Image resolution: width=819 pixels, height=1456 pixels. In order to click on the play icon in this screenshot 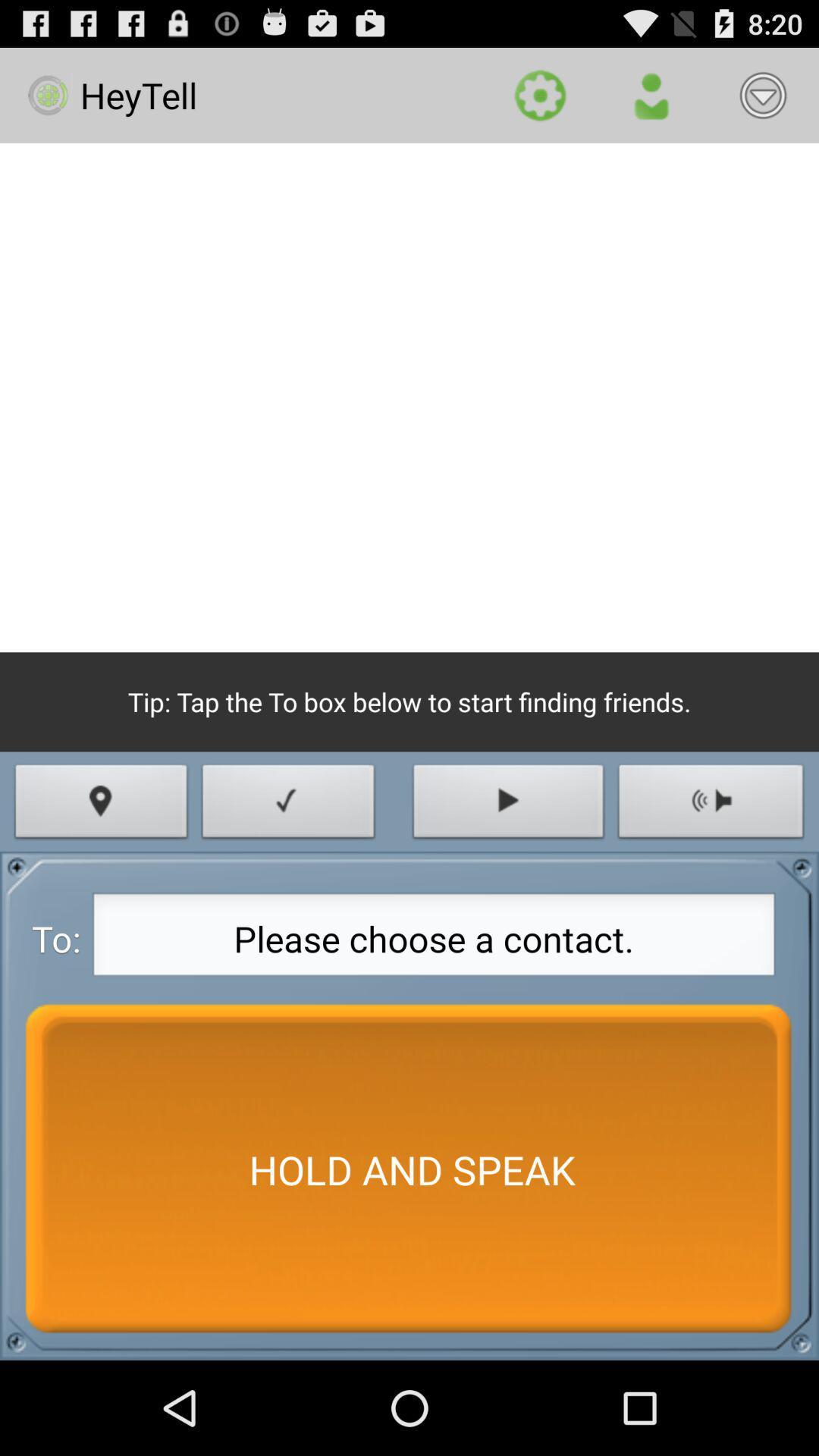, I will do `click(508, 862)`.